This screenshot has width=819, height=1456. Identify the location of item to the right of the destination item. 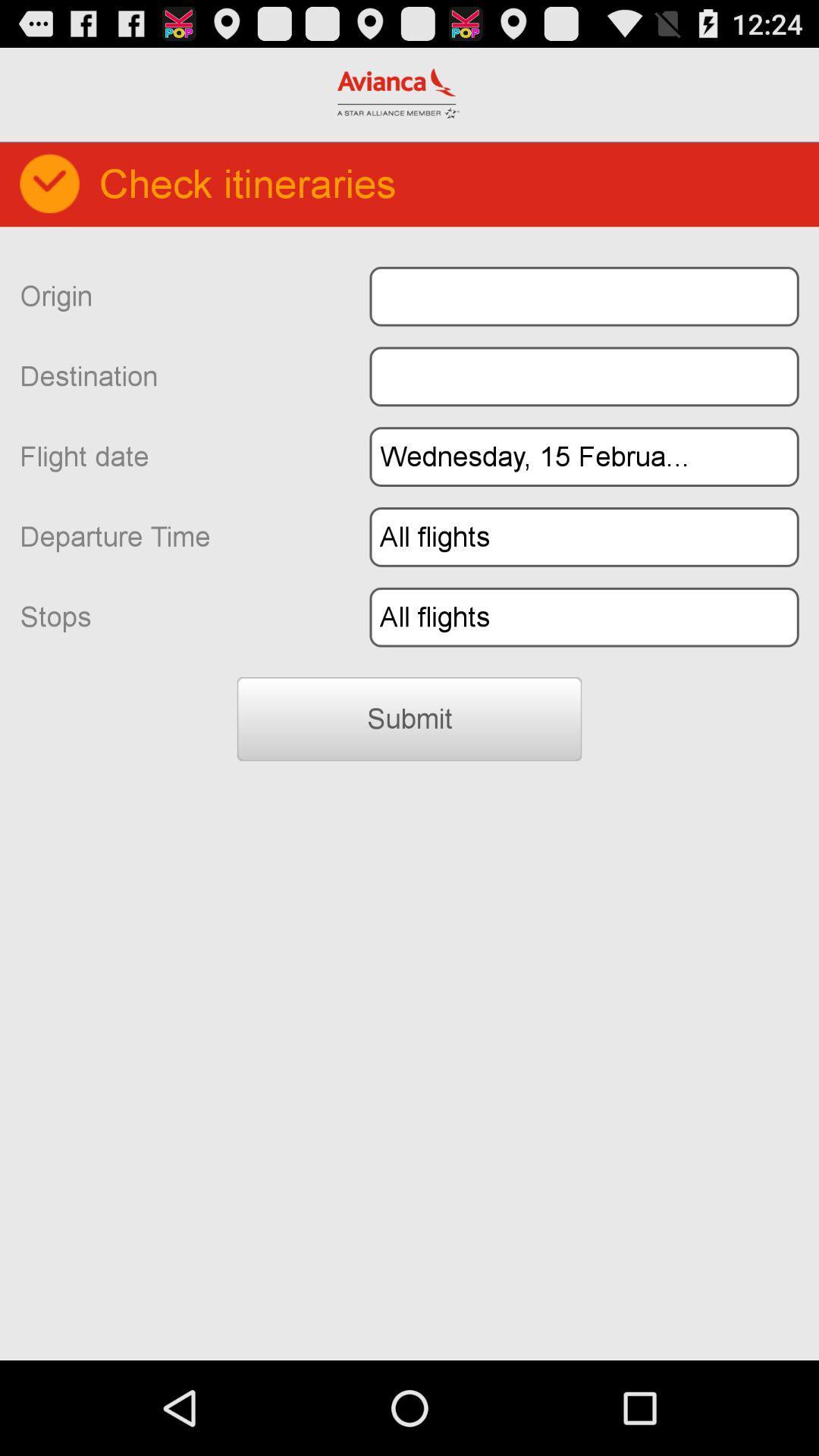
(583, 376).